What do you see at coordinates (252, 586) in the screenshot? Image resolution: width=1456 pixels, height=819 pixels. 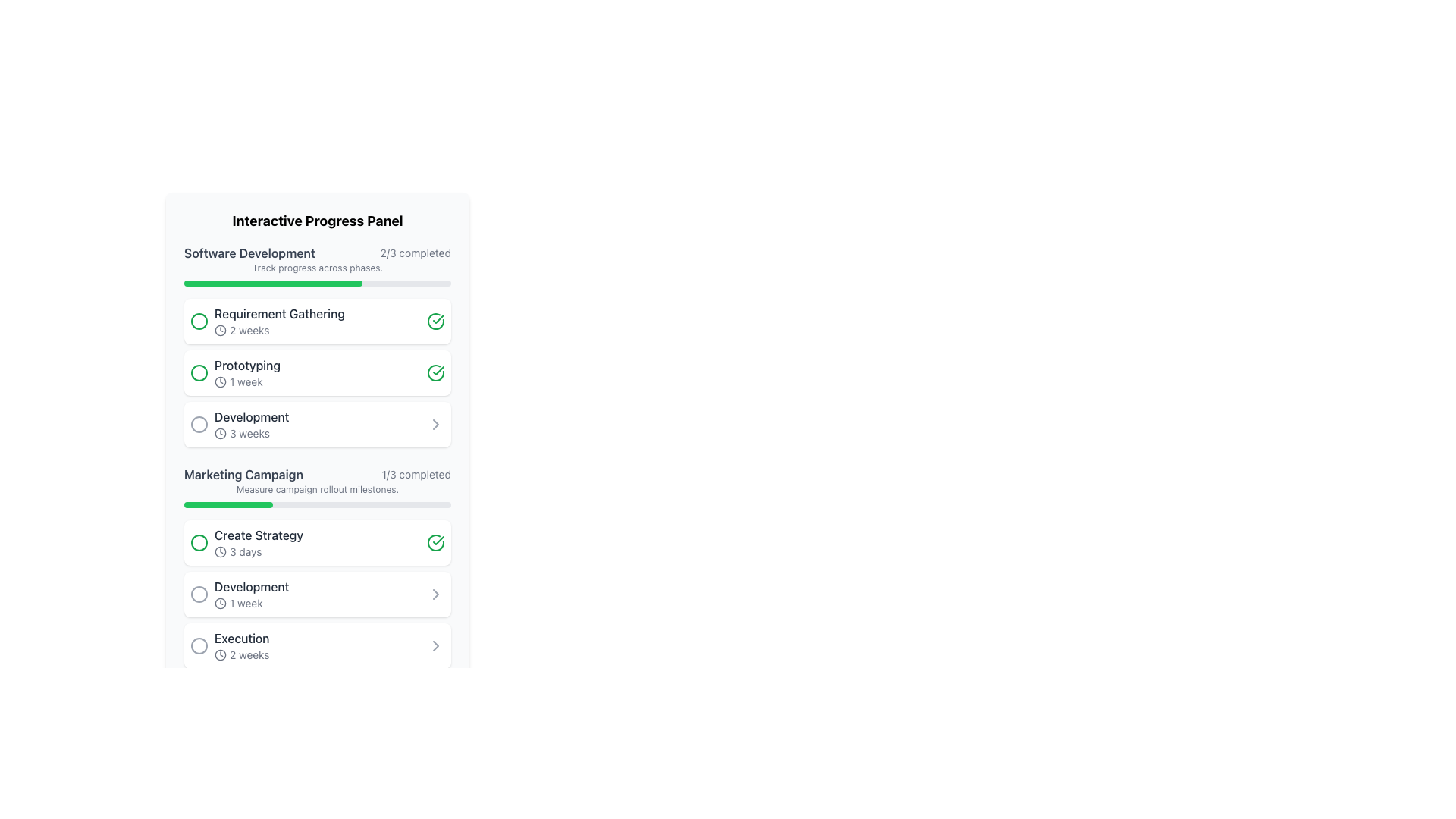 I see `the text label displaying 'Development' in dark gray, which is the second item in the 'Marketing Campaign' section` at bounding box center [252, 586].